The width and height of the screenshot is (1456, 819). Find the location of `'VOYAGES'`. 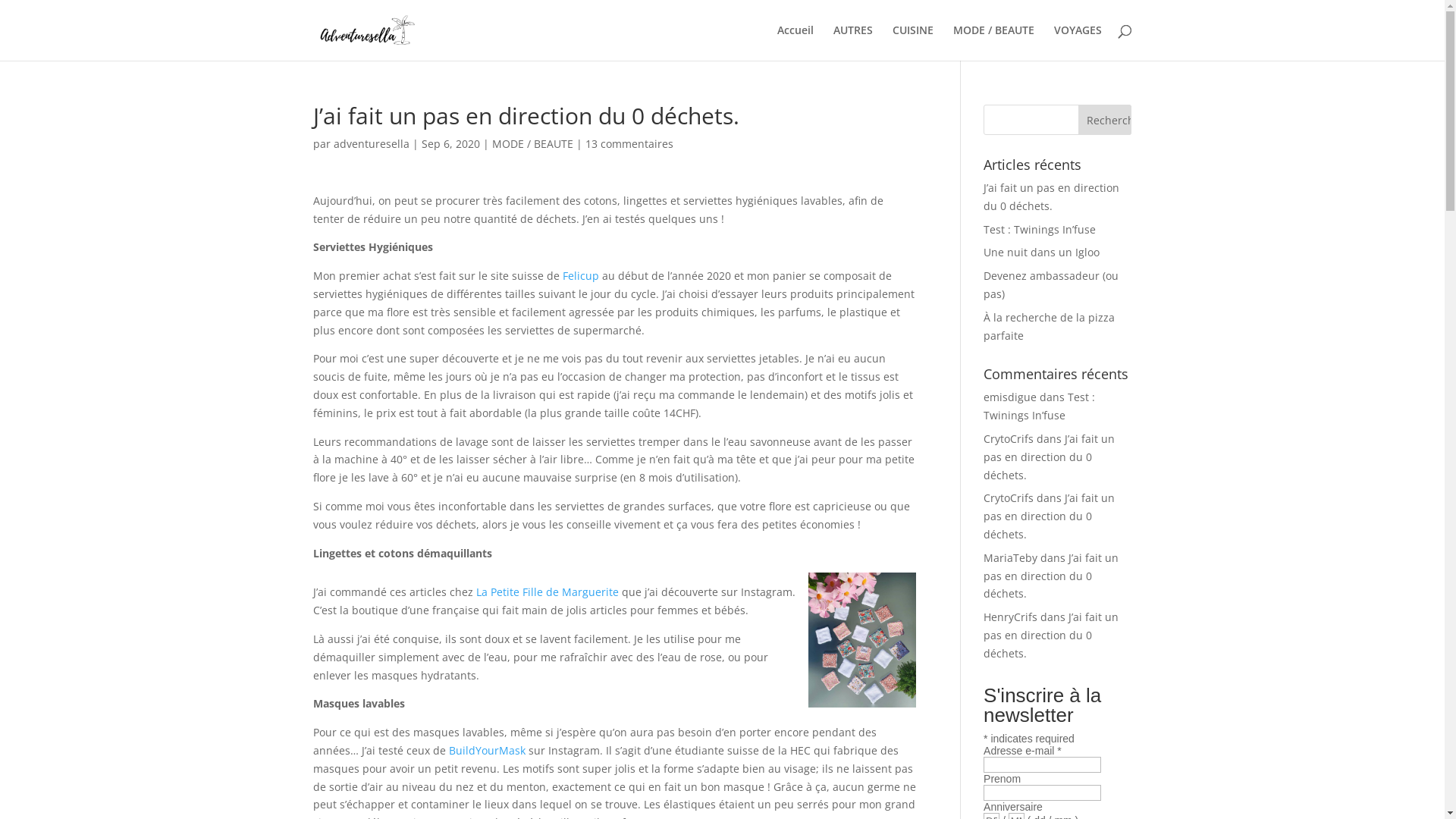

'VOYAGES' is located at coordinates (1077, 42).